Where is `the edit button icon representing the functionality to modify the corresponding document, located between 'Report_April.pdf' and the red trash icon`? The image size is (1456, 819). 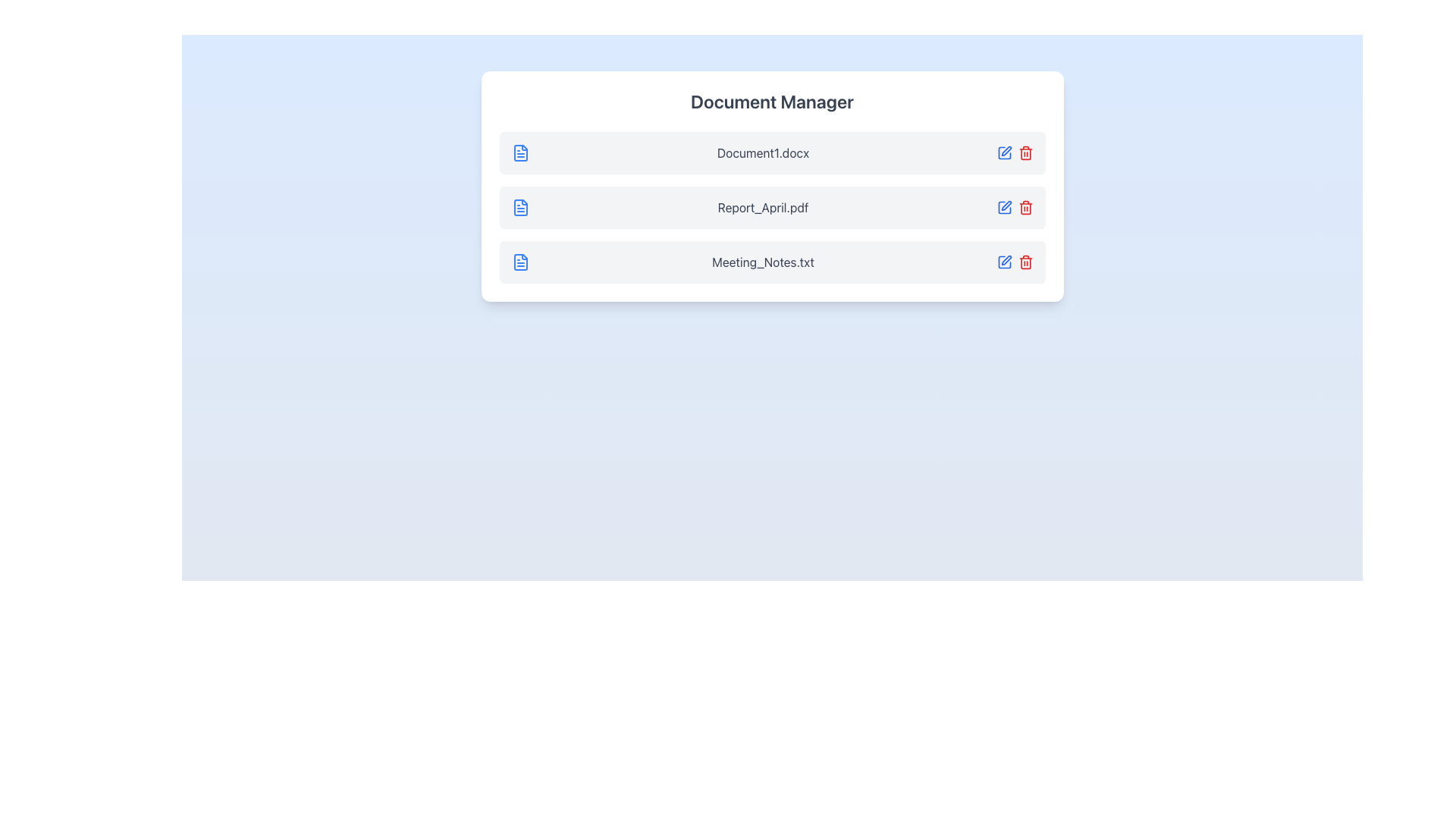
the edit button icon representing the functionality to modify the corresponding document, located between 'Report_April.pdf' and the red trash icon is located at coordinates (1004, 207).